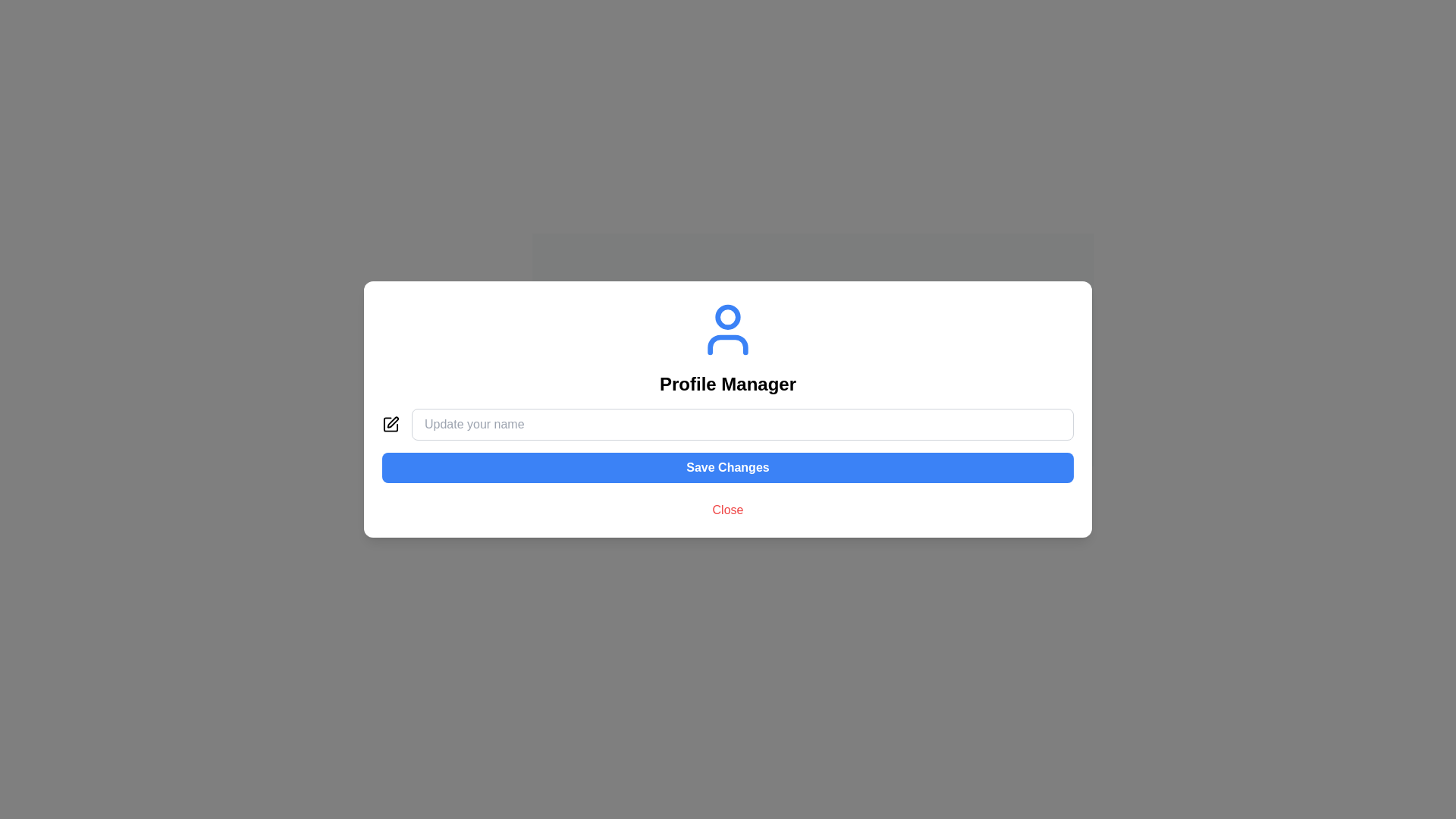  What do you see at coordinates (728, 348) in the screenshot?
I see `the 'Profile Manager' header section, which includes an icon and label text` at bounding box center [728, 348].